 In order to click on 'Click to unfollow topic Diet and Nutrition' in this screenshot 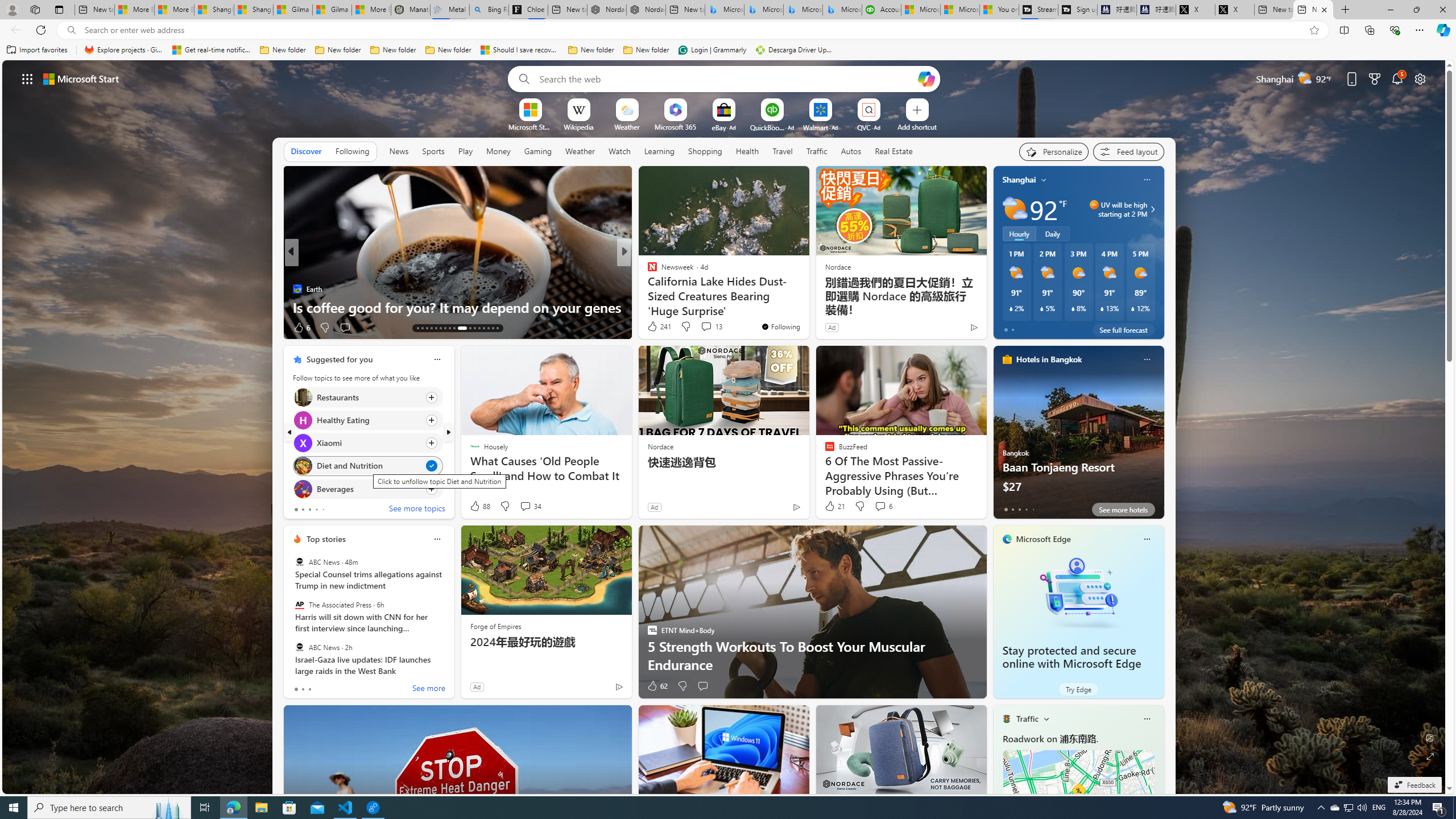, I will do `click(367, 466)`.